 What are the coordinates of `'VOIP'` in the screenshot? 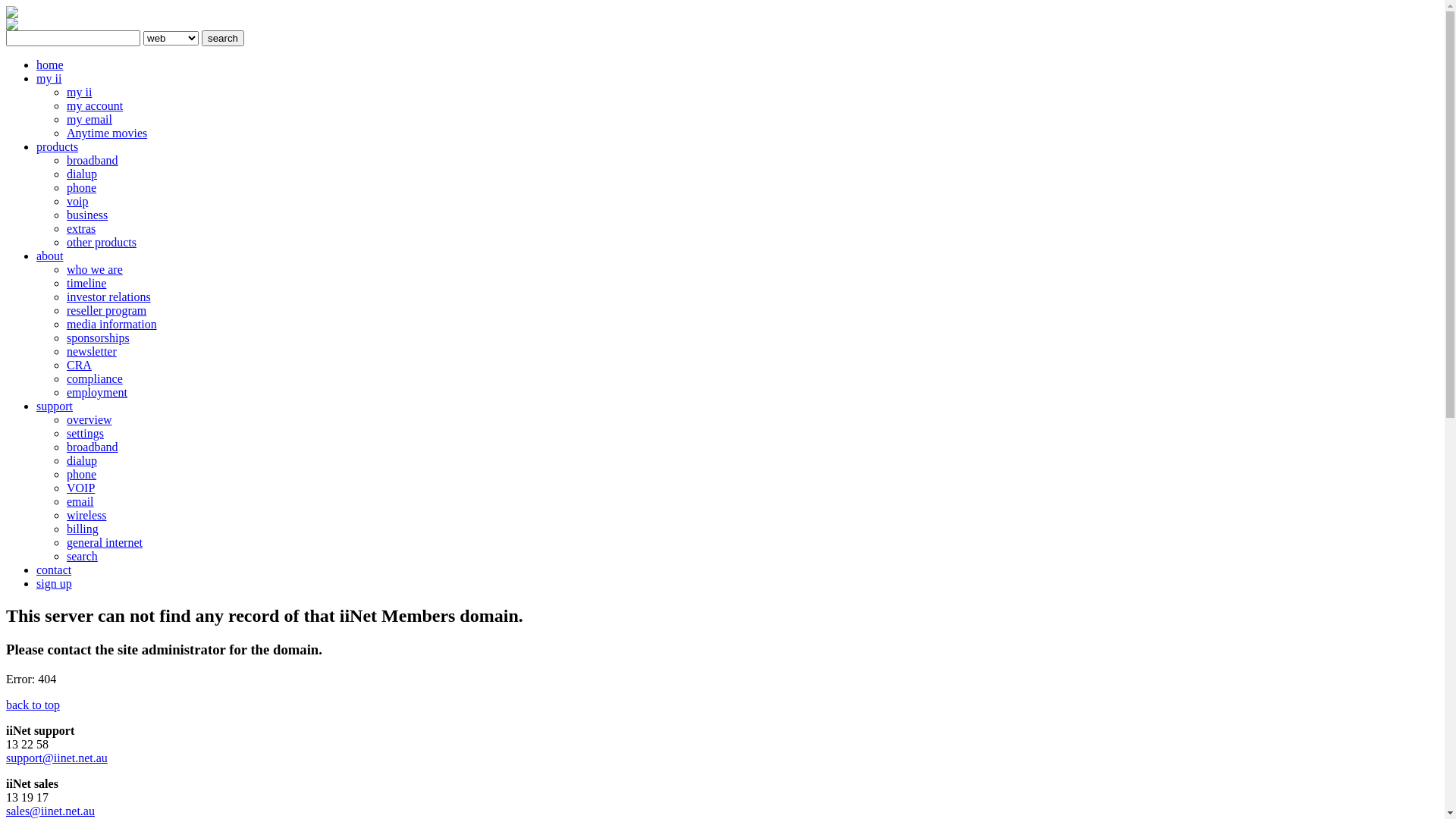 It's located at (65, 488).